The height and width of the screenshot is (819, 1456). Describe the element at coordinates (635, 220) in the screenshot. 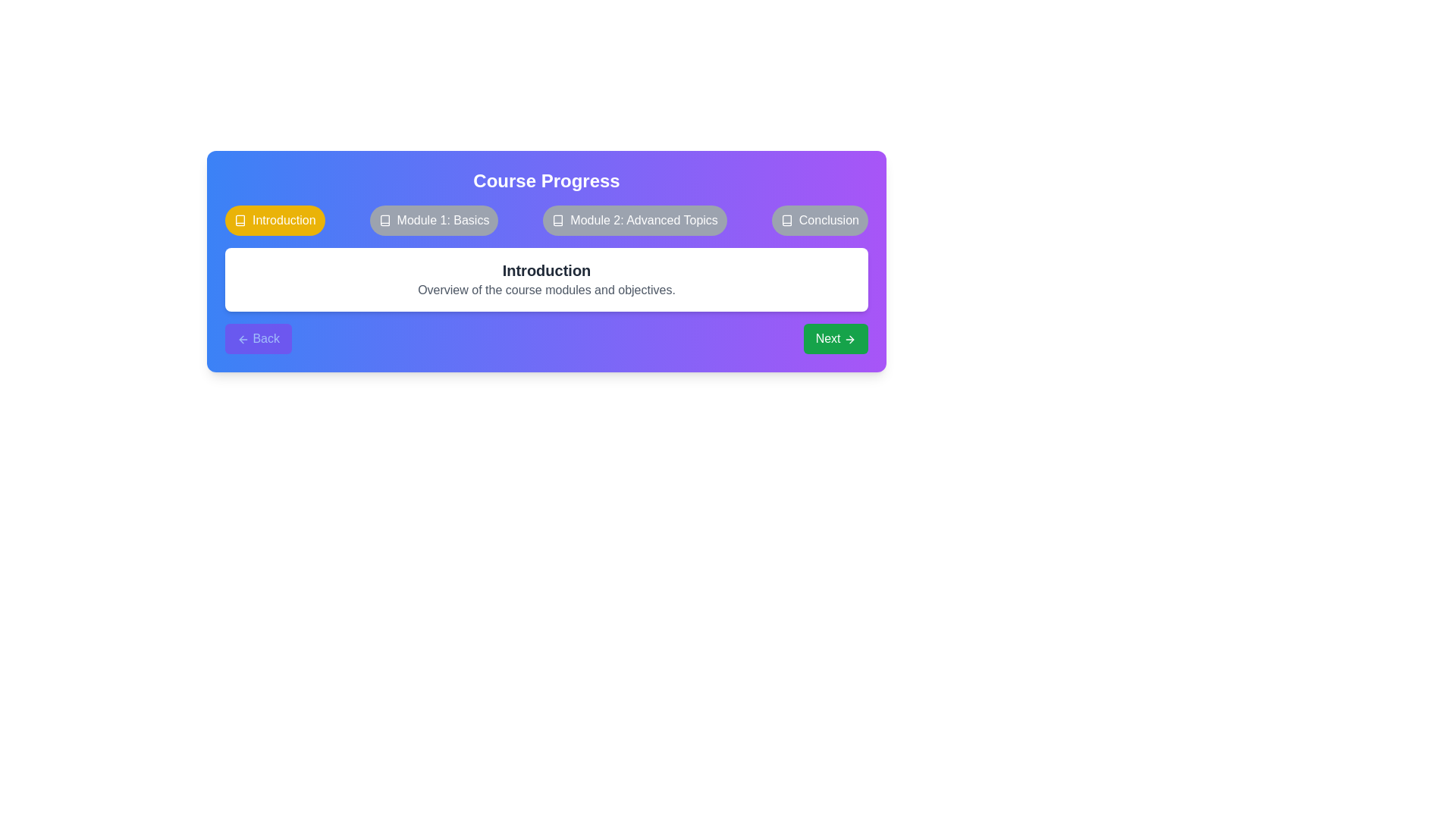

I see `the course step Module 2: Advanced Topics by clicking on its associated button` at that location.